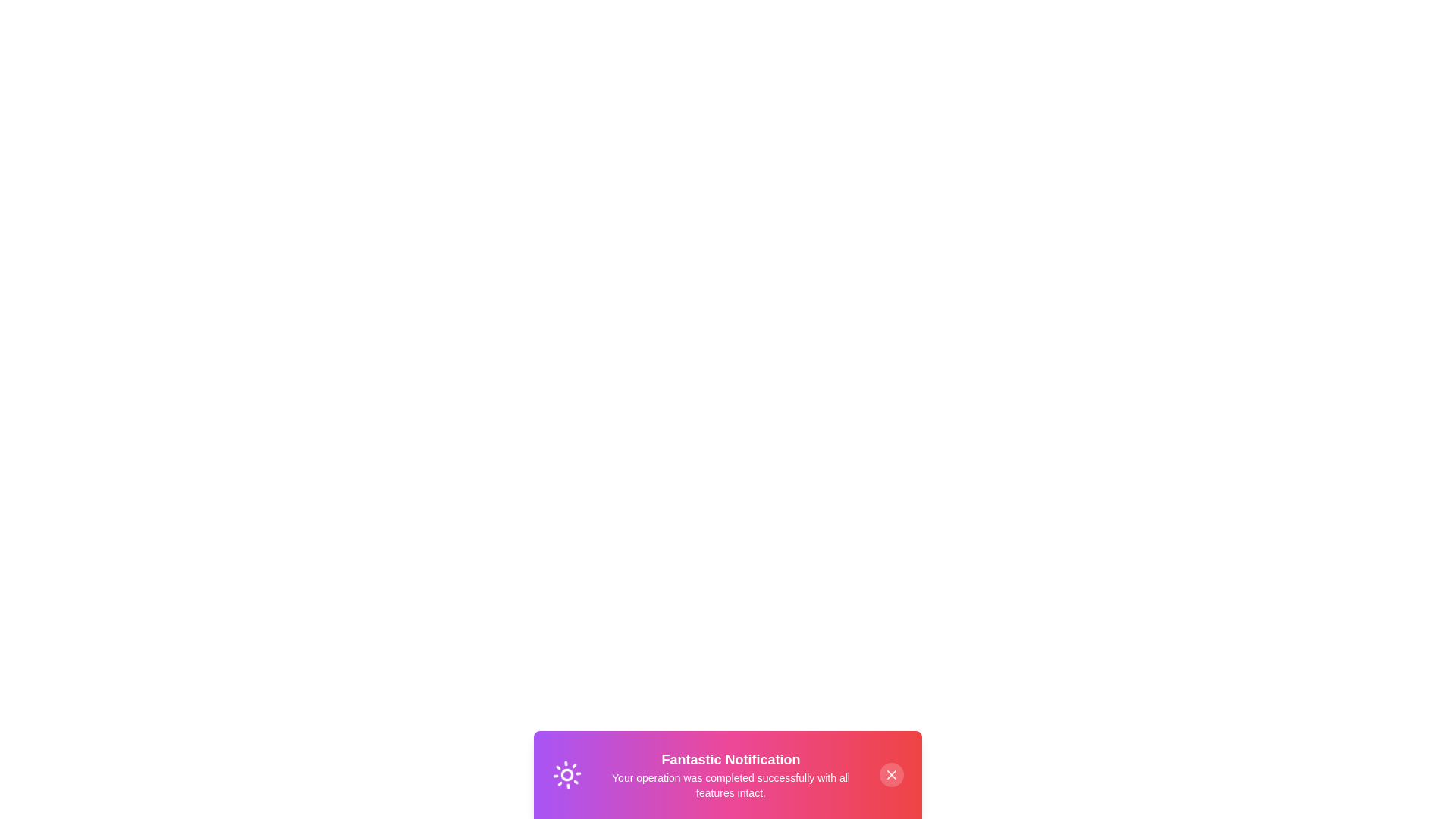  Describe the element at coordinates (728, 775) in the screenshot. I see `the text to select it` at that location.